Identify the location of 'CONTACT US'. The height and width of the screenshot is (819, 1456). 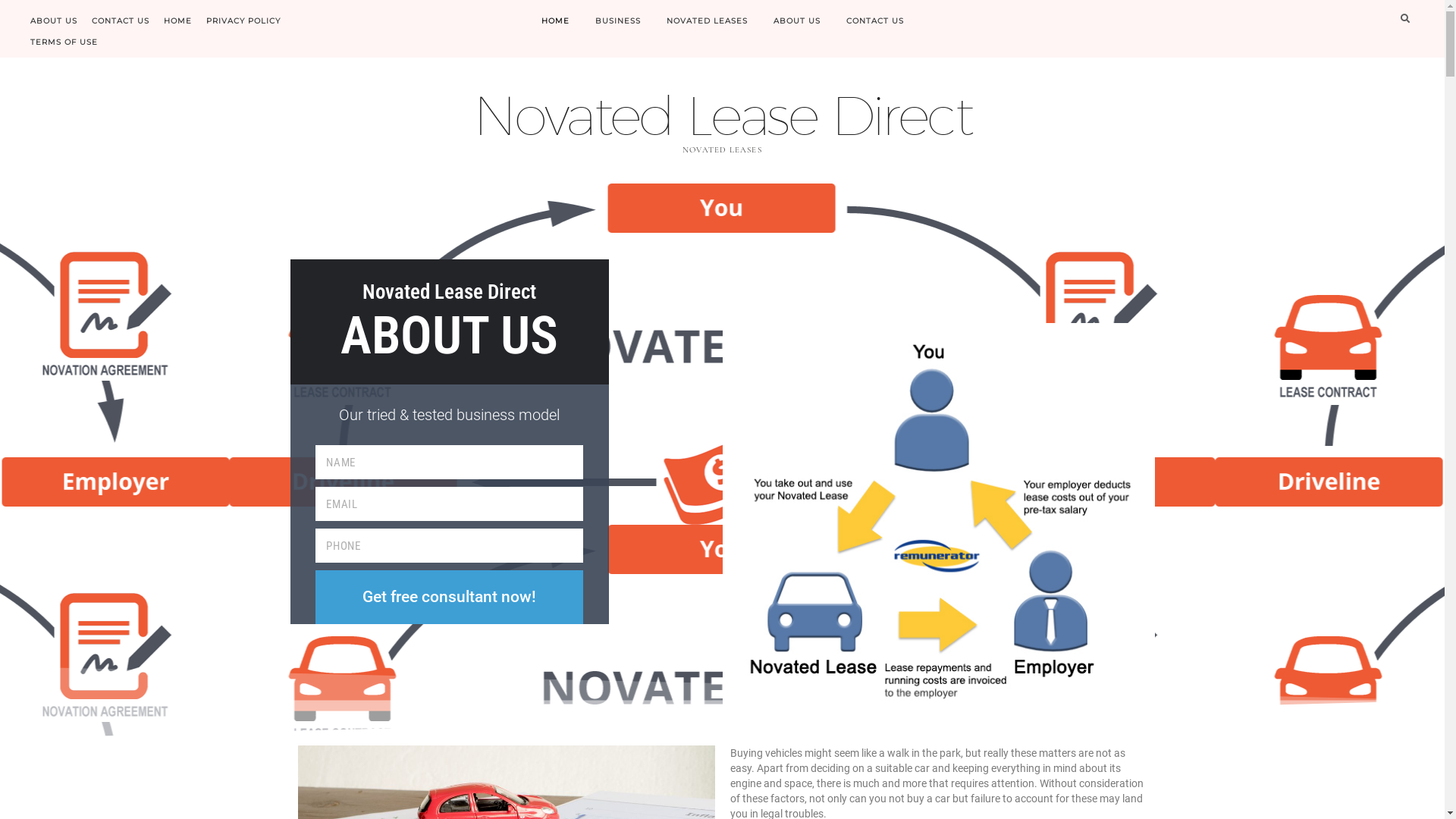
(874, 20).